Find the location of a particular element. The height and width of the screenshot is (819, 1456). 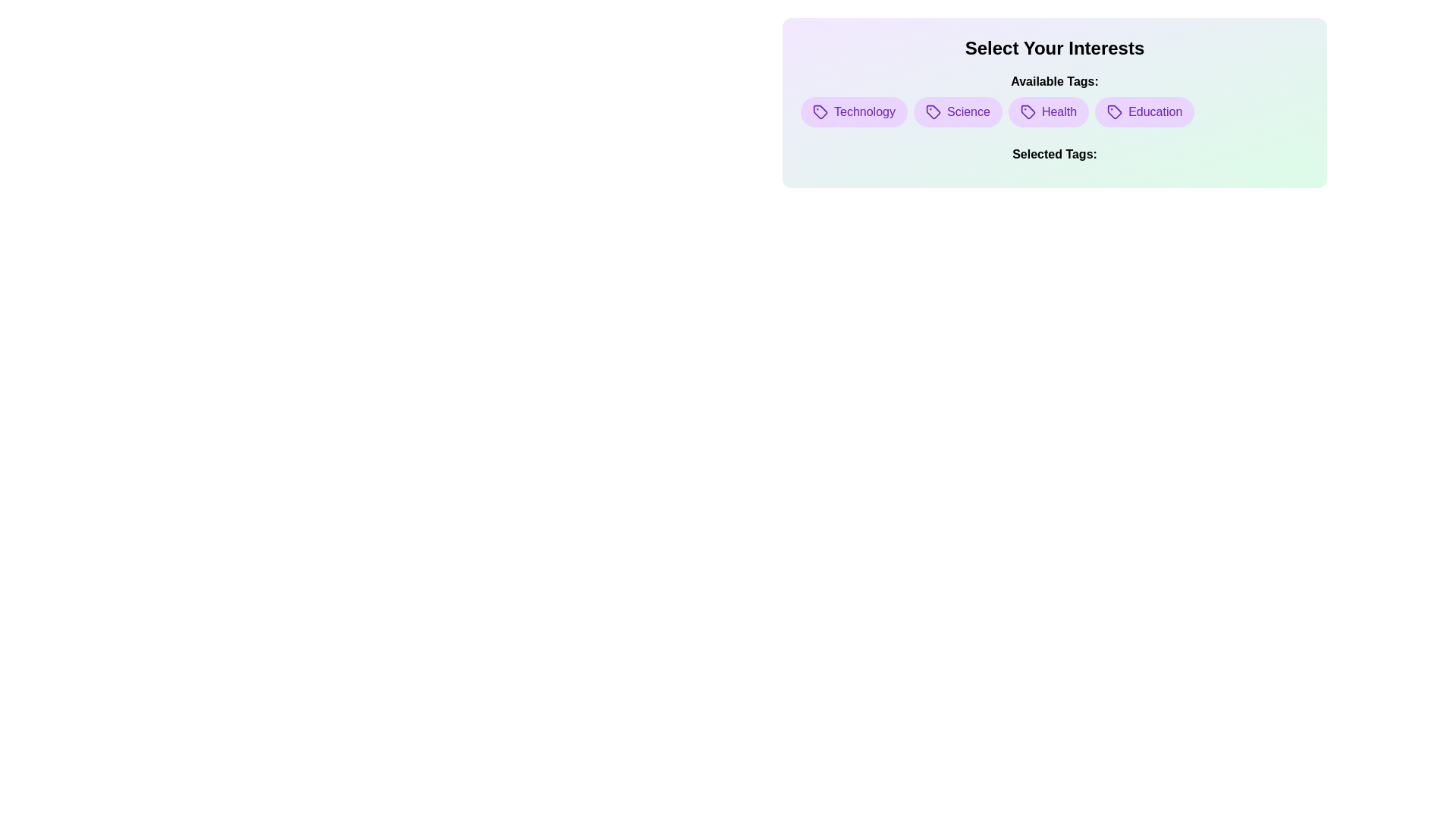

the tag icon with a purple outline located to the left of the 'Technology' text is located at coordinates (819, 111).